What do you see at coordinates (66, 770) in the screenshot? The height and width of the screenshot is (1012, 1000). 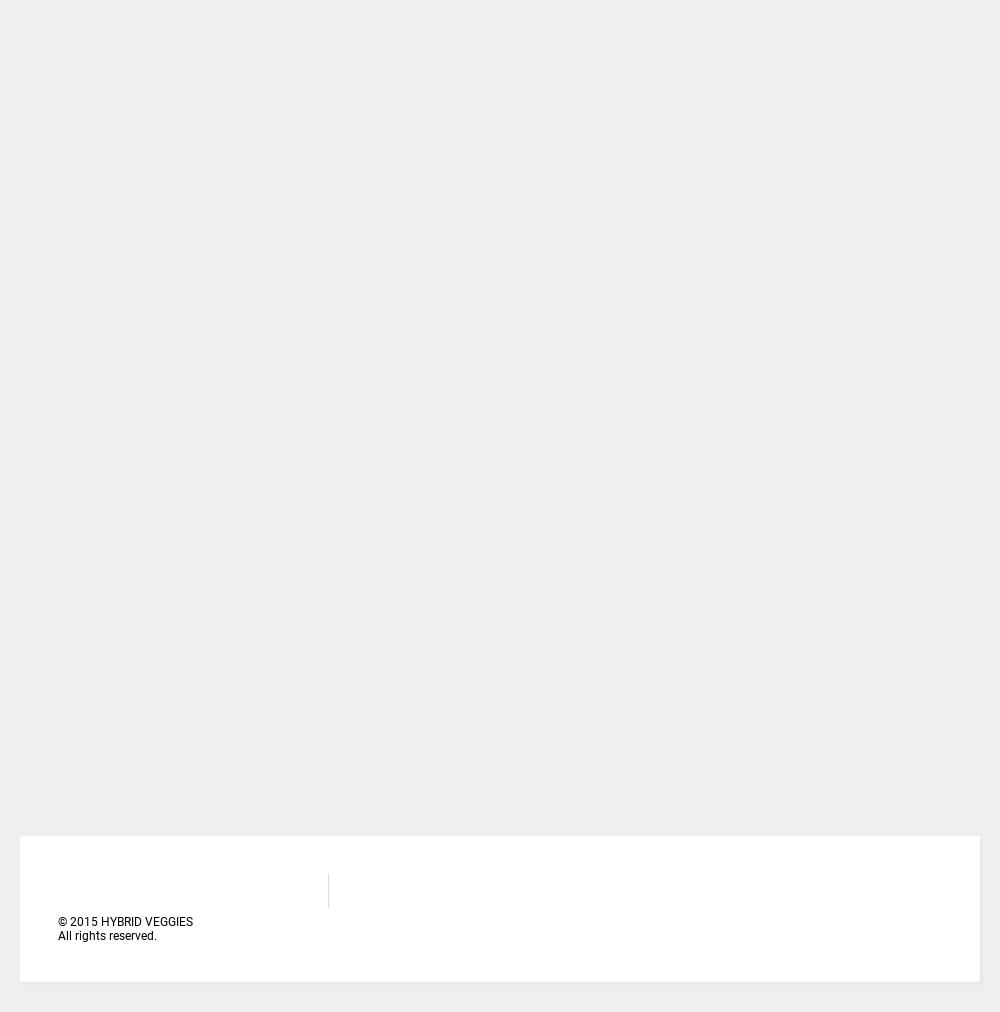 I see `'Talabi Olufolajimi'` at bounding box center [66, 770].